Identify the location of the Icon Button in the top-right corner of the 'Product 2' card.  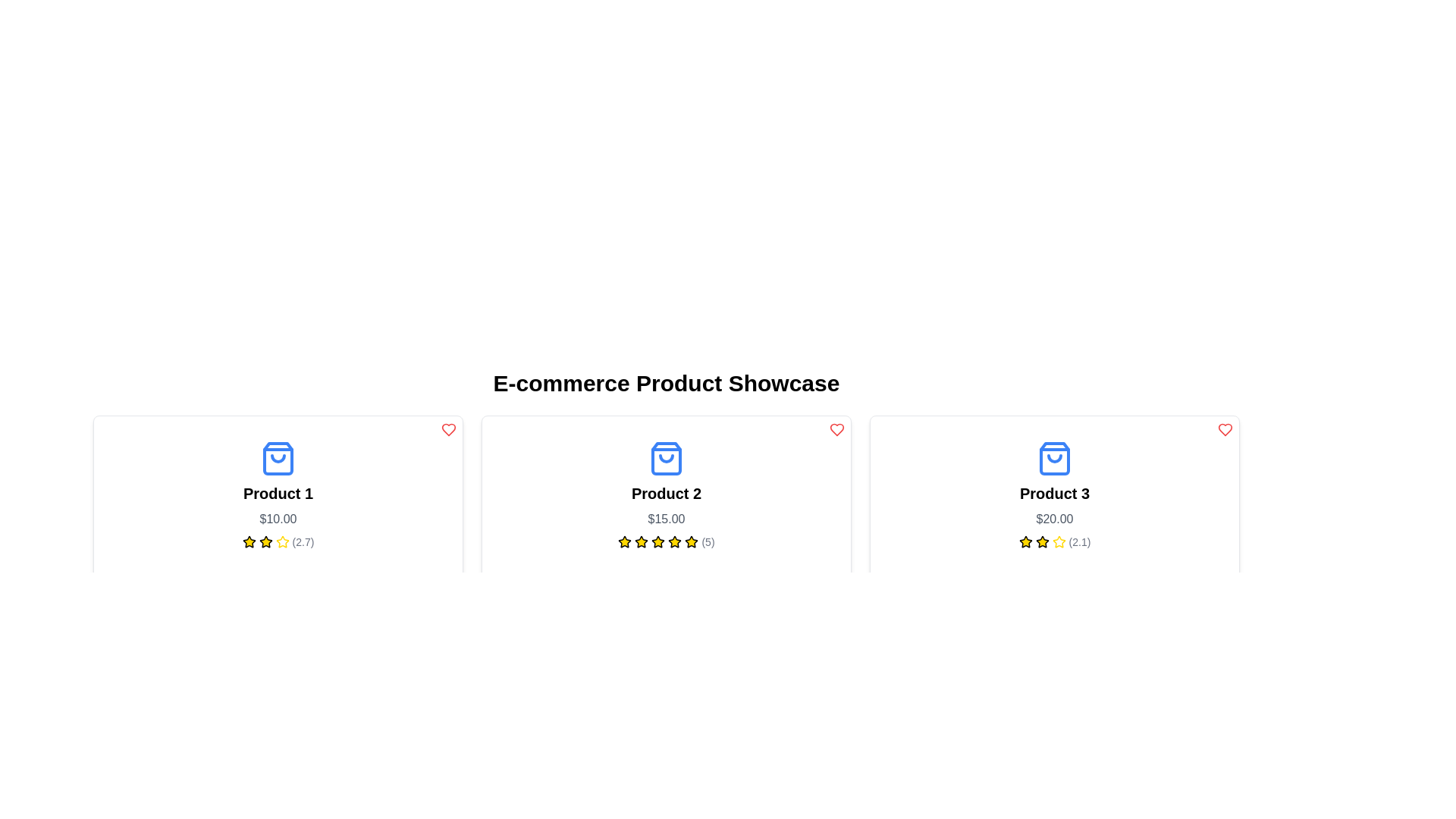
(836, 430).